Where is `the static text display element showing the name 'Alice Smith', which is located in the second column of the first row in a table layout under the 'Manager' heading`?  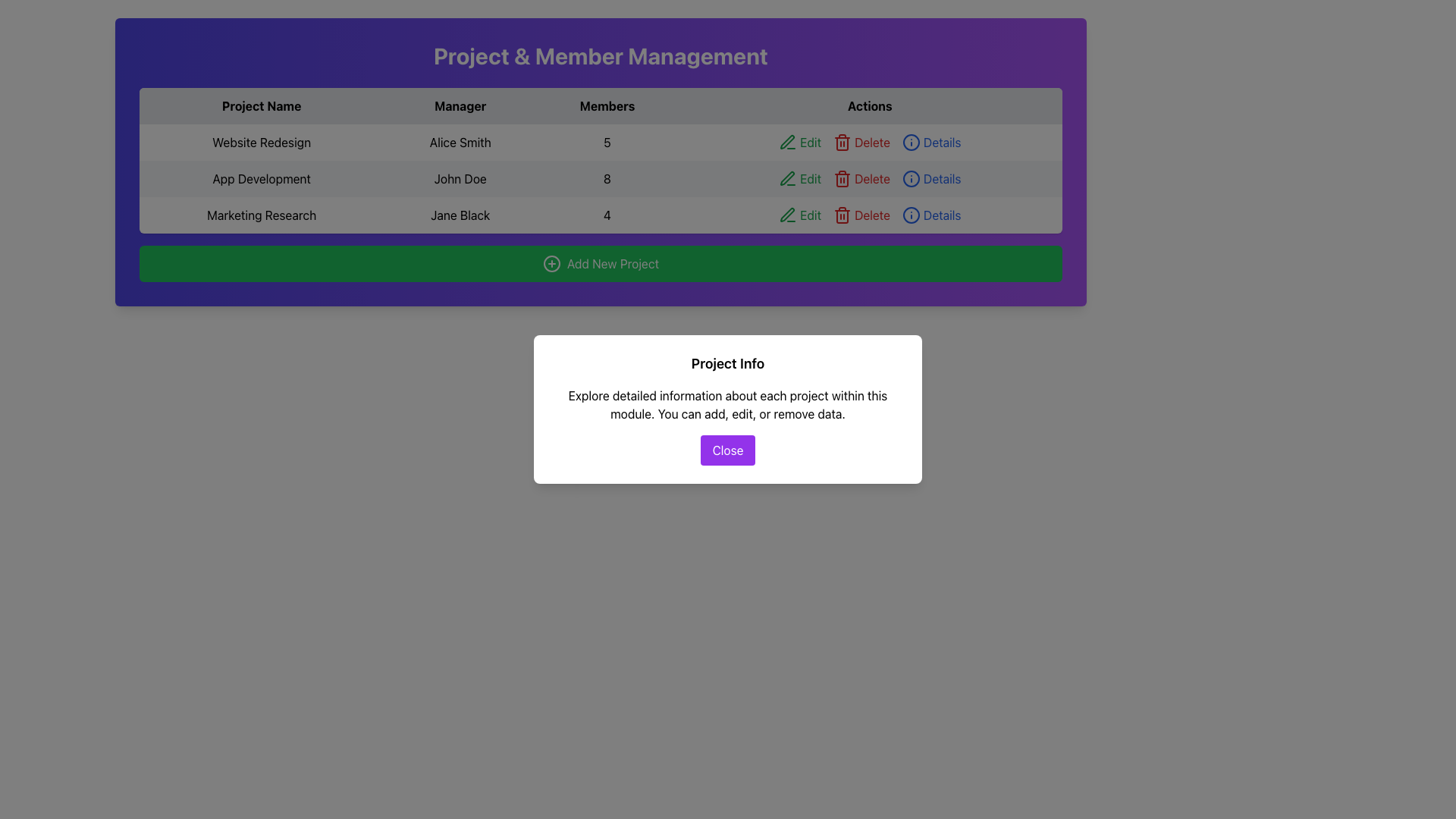 the static text display element showing the name 'Alice Smith', which is located in the second column of the first row in a table layout under the 'Manager' heading is located at coordinates (460, 143).